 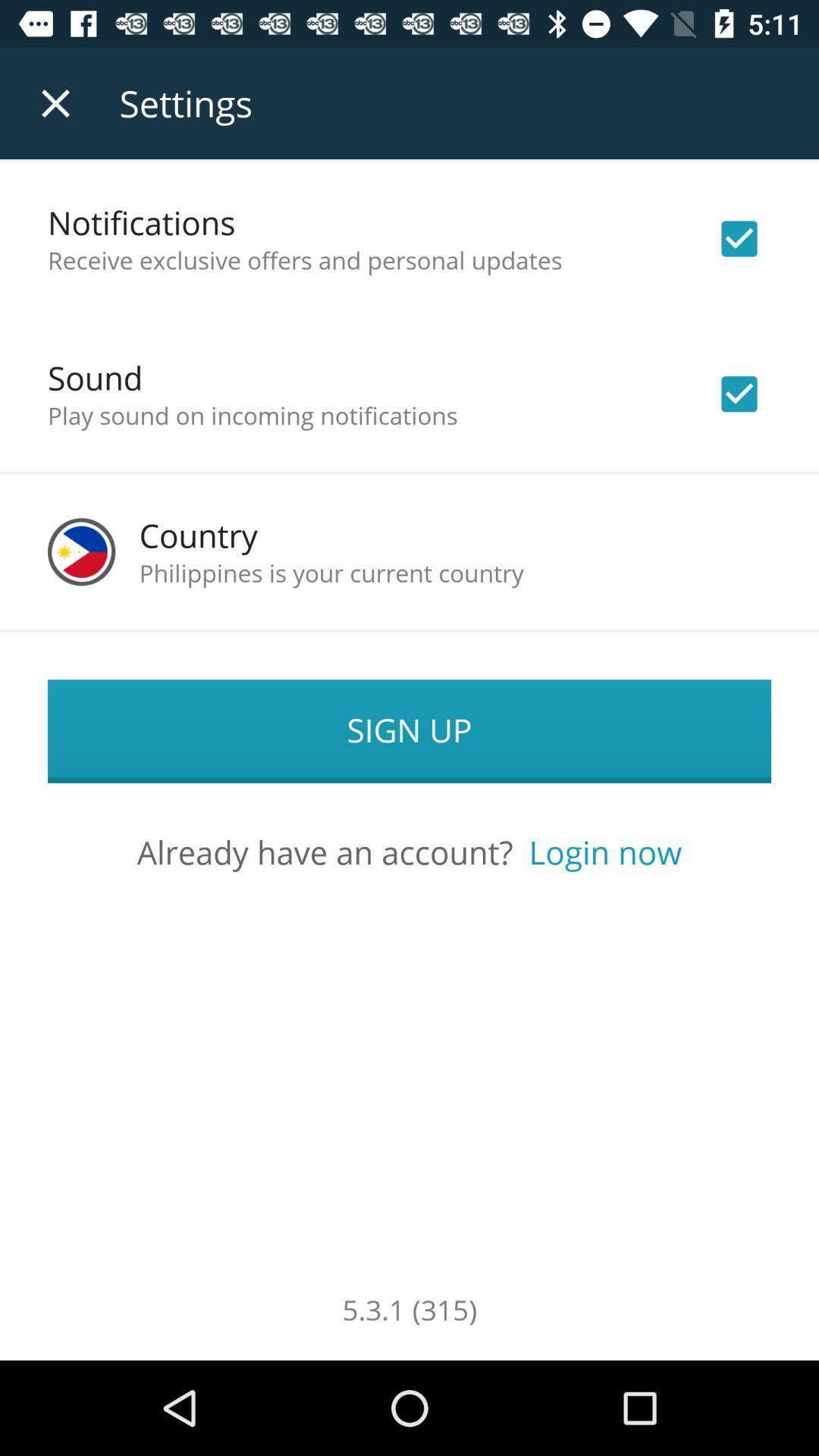 What do you see at coordinates (604, 852) in the screenshot?
I see `the icon next to already have an icon` at bounding box center [604, 852].